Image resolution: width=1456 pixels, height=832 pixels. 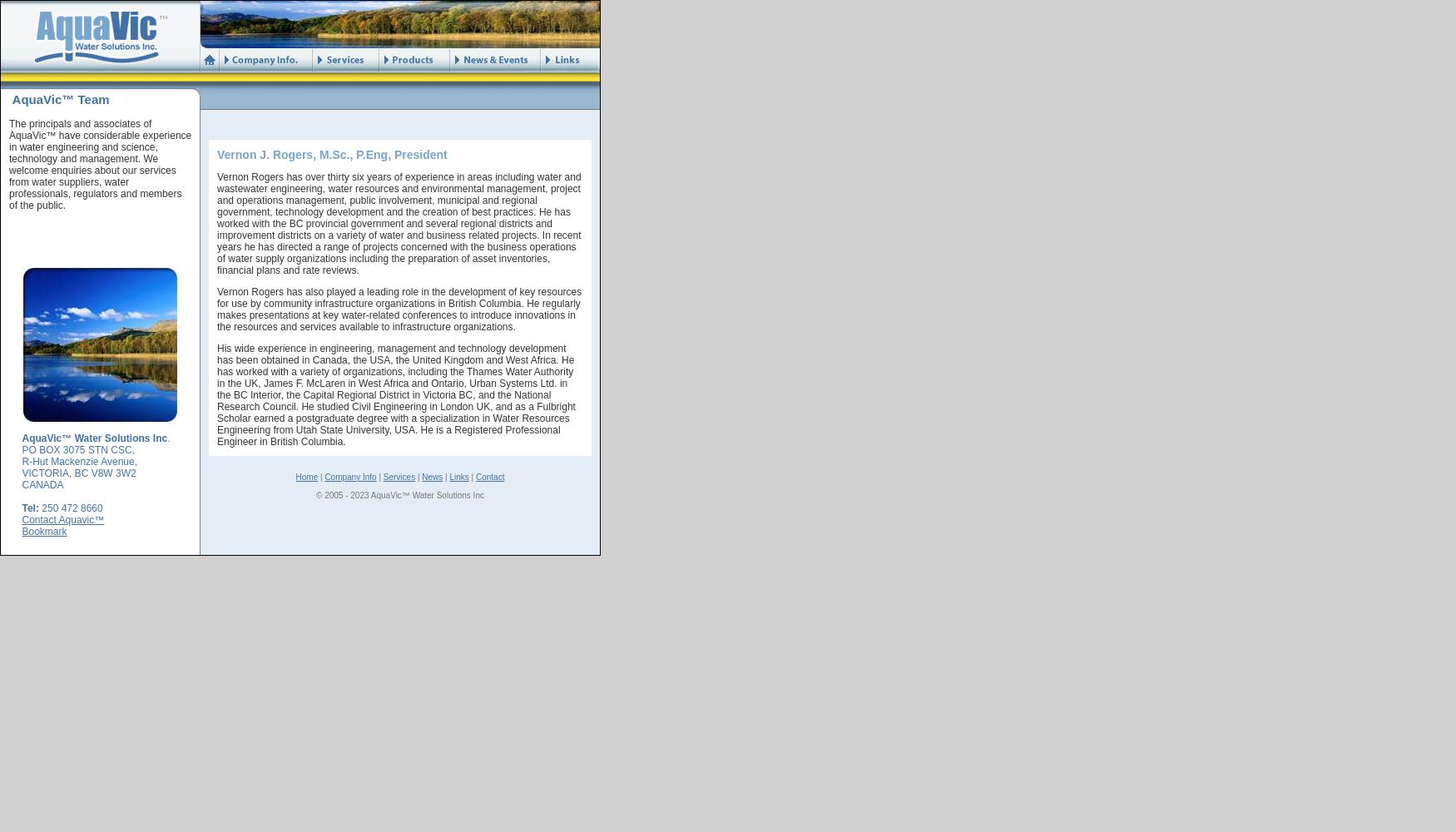 I want to click on 'PO BOX 3075 STN CSC,', so click(x=77, y=450).